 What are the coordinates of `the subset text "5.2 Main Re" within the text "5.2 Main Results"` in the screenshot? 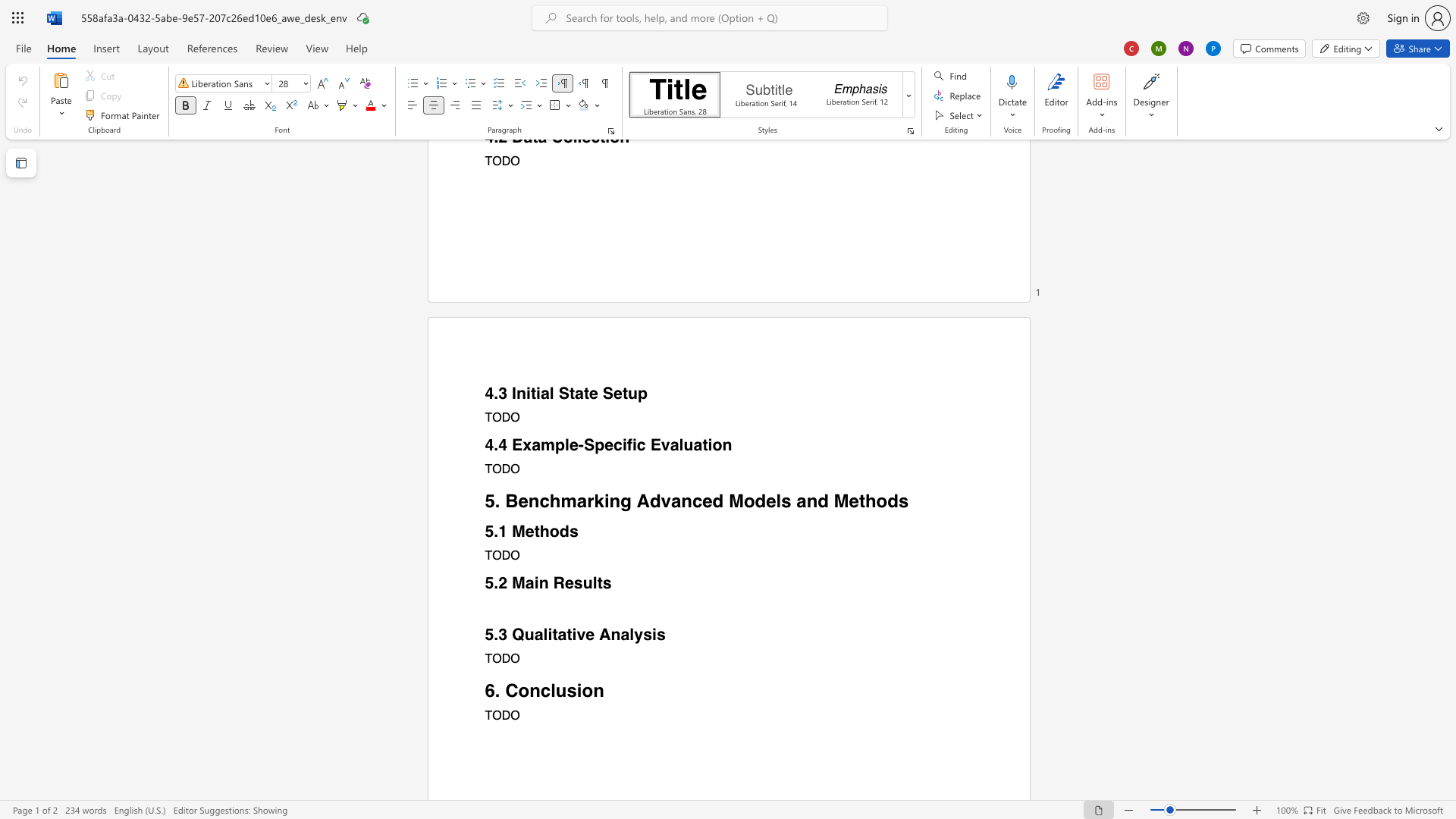 It's located at (484, 582).